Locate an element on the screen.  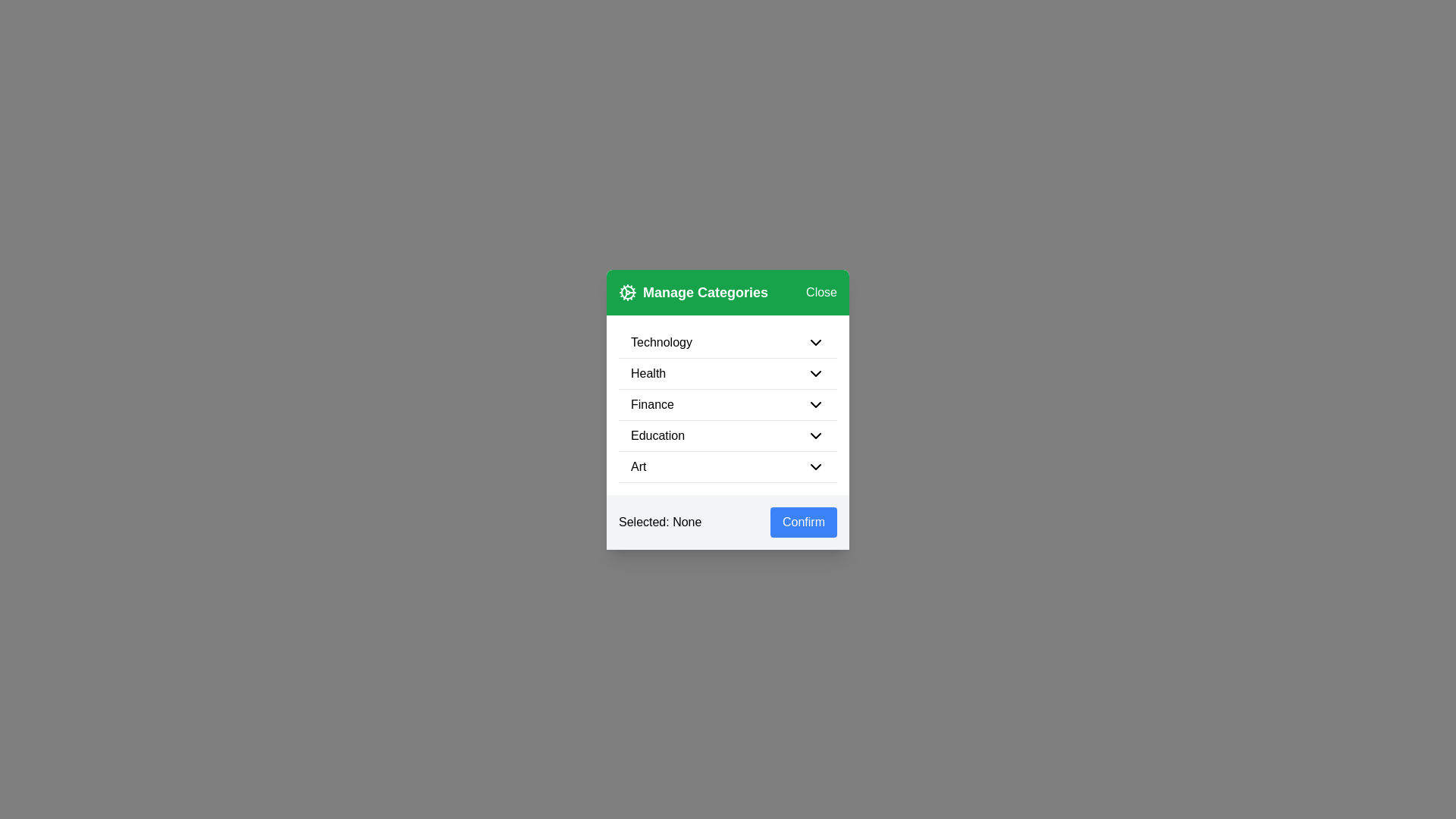
the row corresponding to the category Technology is located at coordinates (728, 342).